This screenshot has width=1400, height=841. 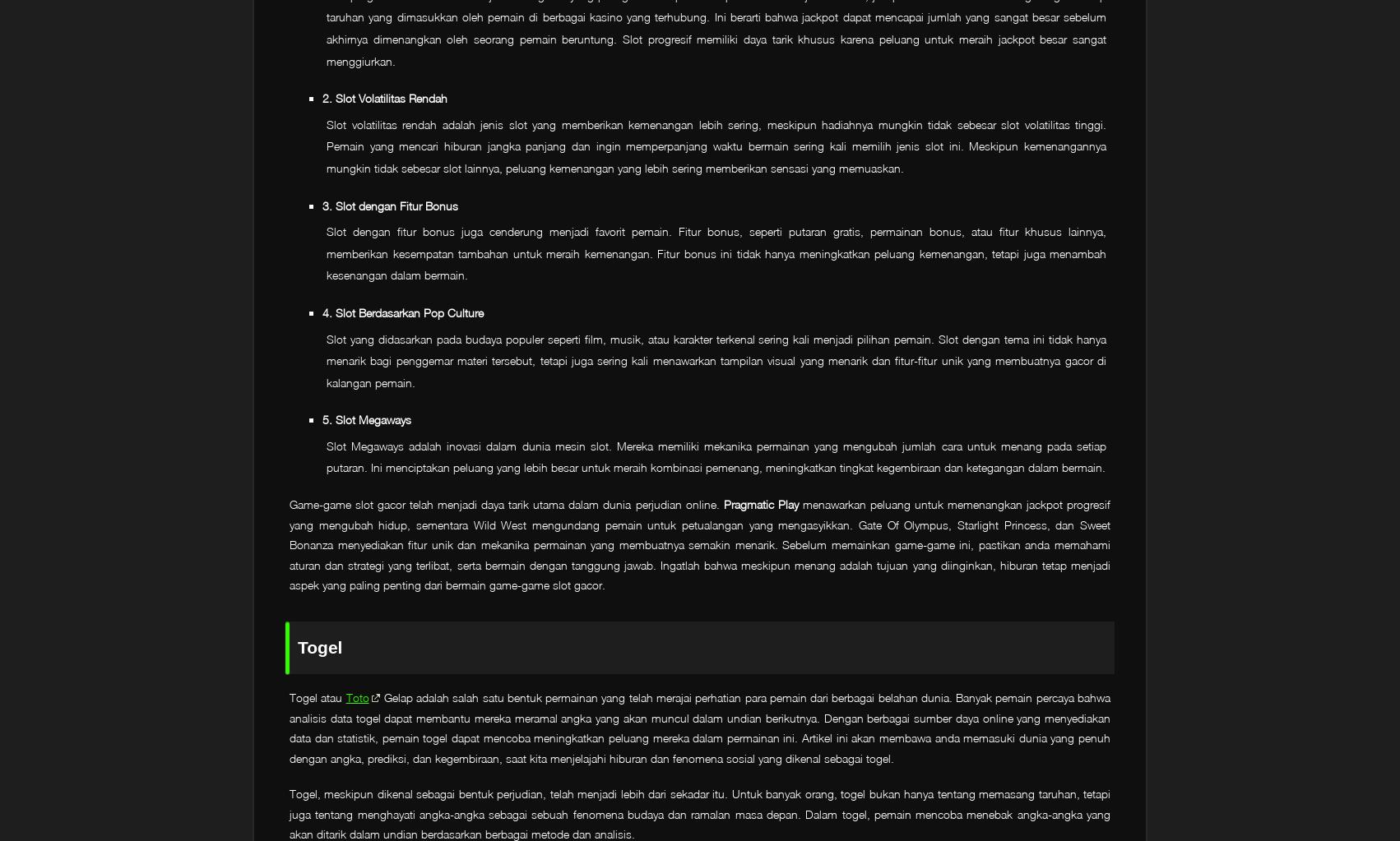 What do you see at coordinates (298, 645) in the screenshot?
I see `'Togel'` at bounding box center [298, 645].